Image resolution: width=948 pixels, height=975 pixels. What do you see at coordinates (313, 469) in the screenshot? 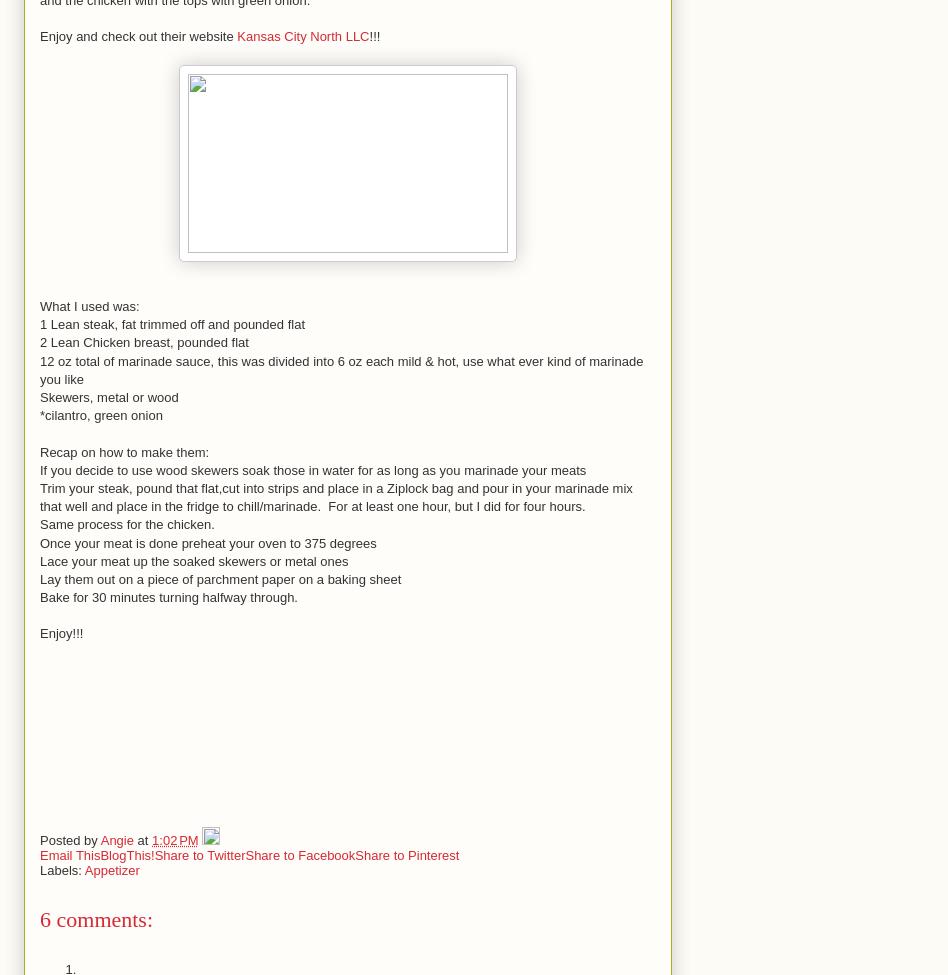
I see `'If you decide to use wood skewers soak those in water for as long as you marinade your meats'` at bounding box center [313, 469].